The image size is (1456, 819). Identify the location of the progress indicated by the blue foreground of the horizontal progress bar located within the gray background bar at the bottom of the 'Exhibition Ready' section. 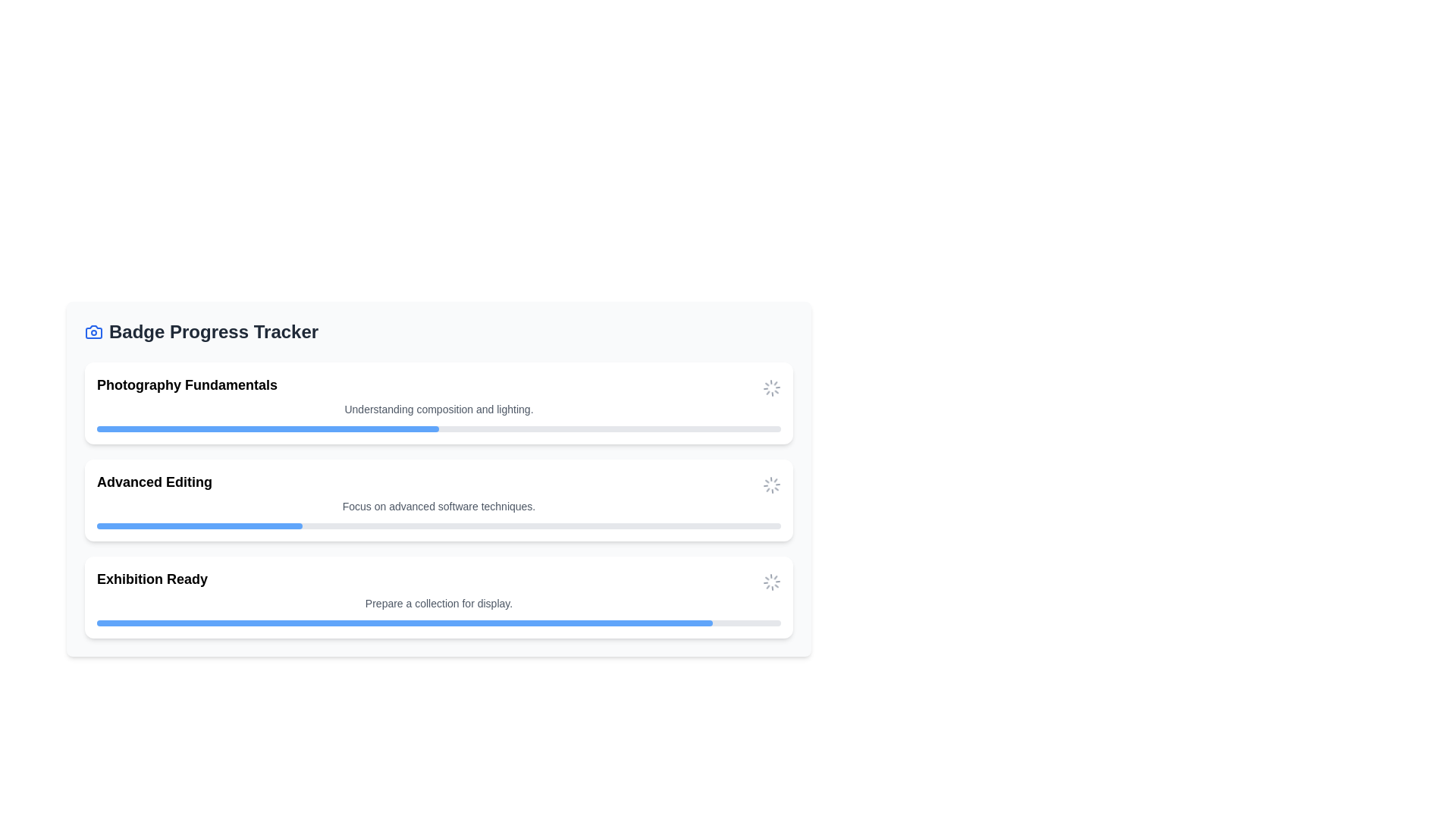
(404, 623).